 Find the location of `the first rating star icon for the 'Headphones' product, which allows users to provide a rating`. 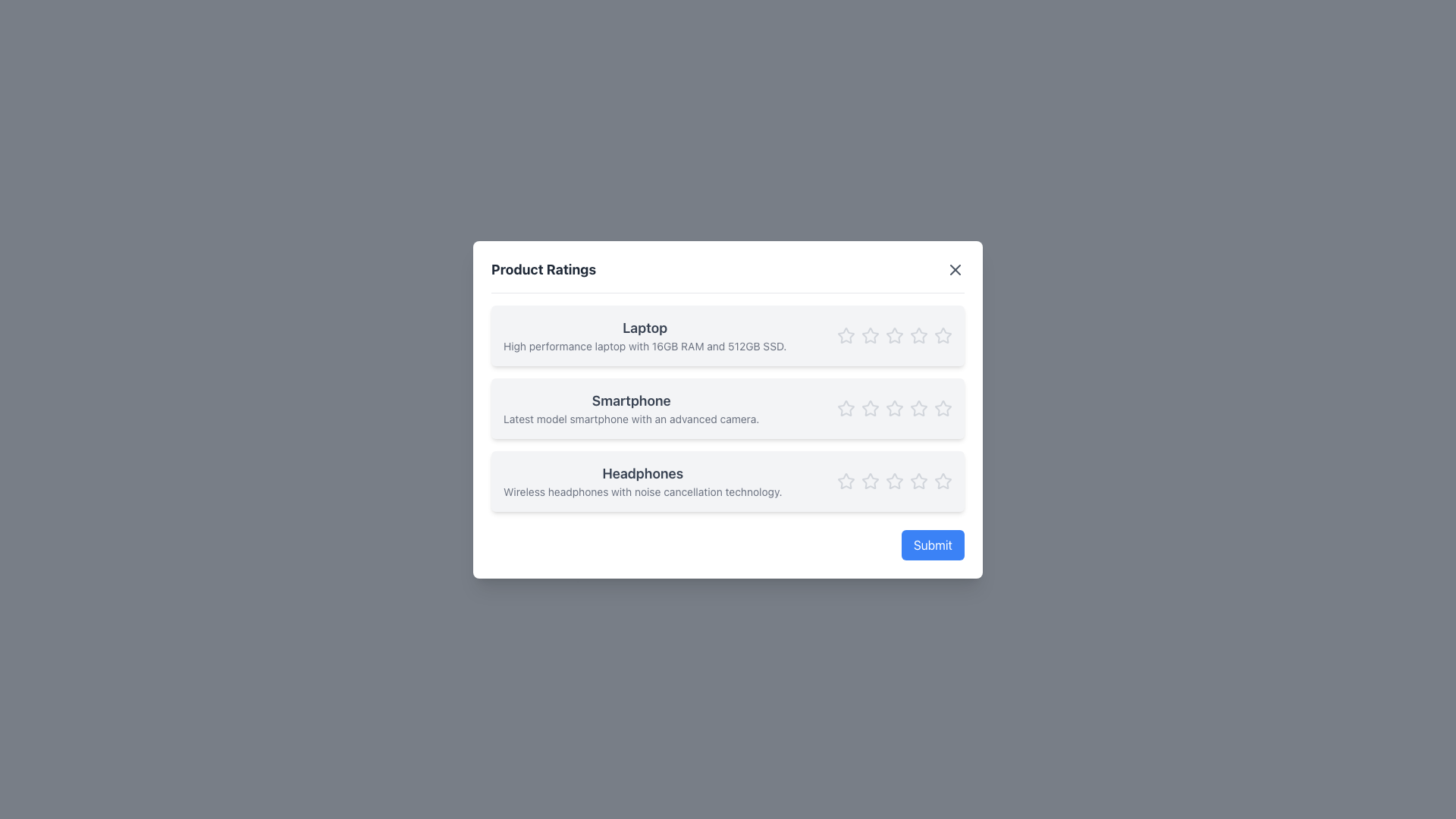

the first rating star icon for the 'Headphones' product, which allows users to provide a rating is located at coordinates (870, 481).